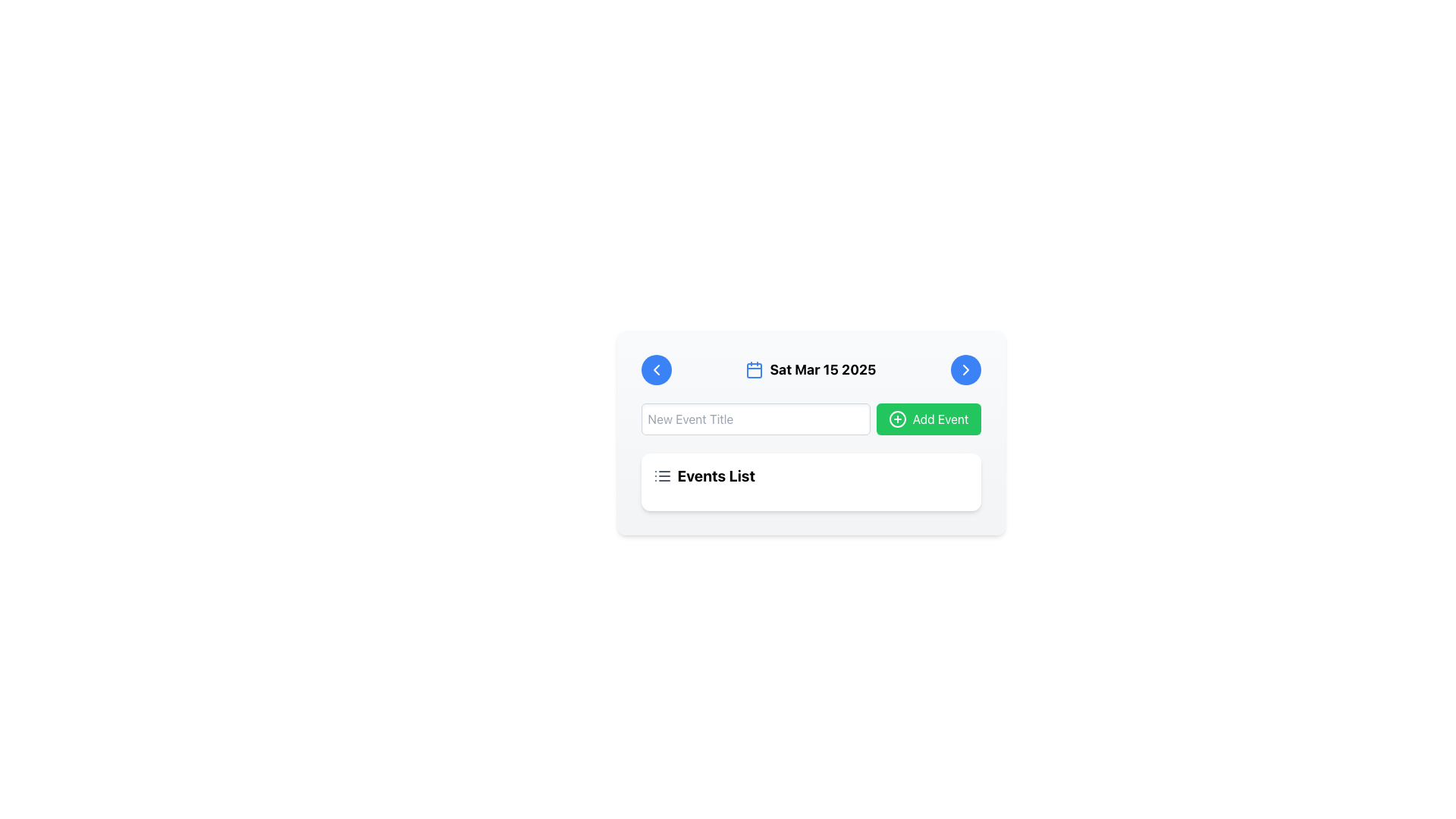 The height and width of the screenshot is (819, 1456). Describe the element at coordinates (822, 370) in the screenshot. I see `the date display text element located to the right of the blue calendar icon in the upper central part of the interface to trigger a tooltip or additional information` at that location.